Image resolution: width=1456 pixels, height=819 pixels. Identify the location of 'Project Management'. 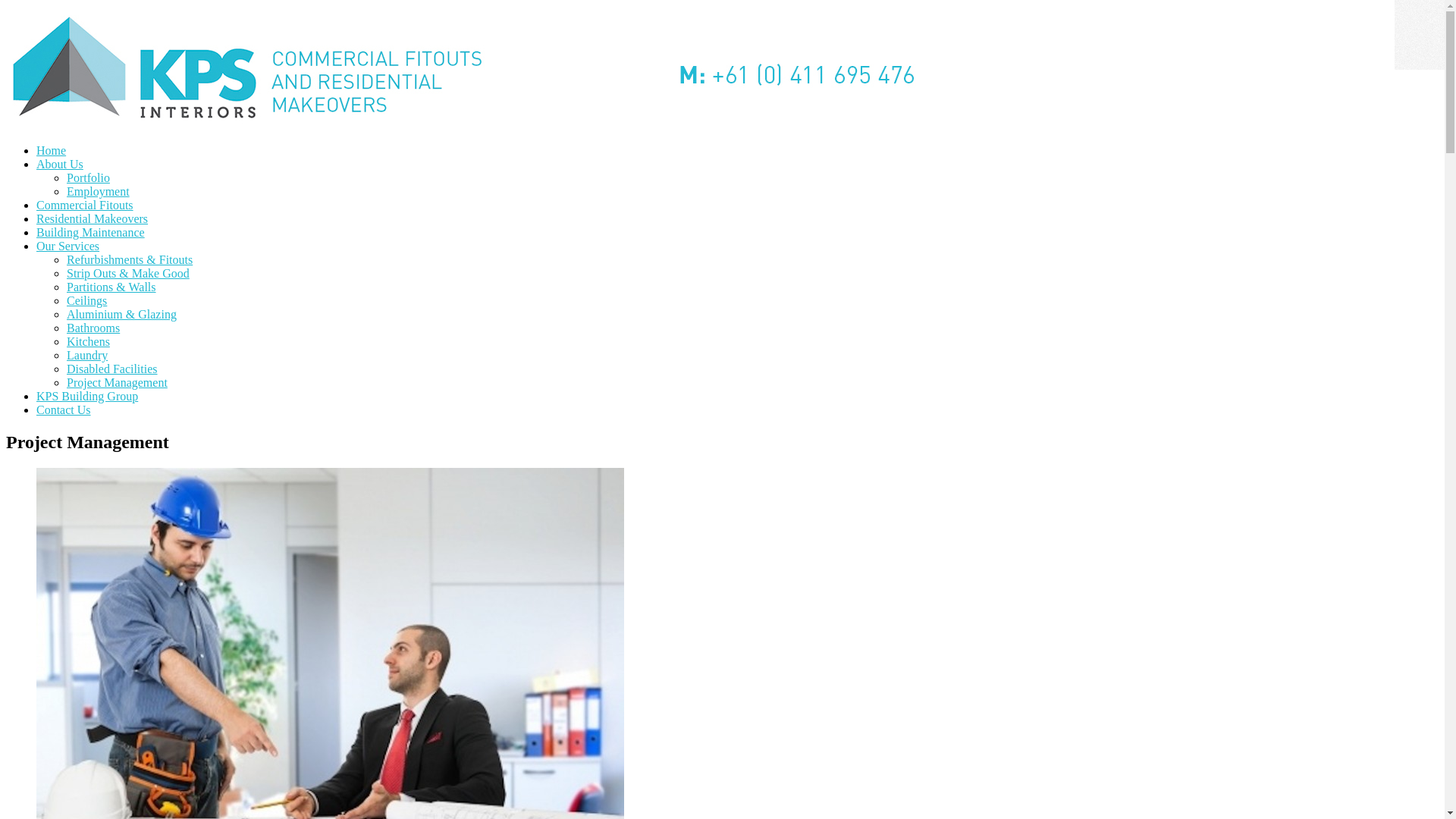
(116, 381).